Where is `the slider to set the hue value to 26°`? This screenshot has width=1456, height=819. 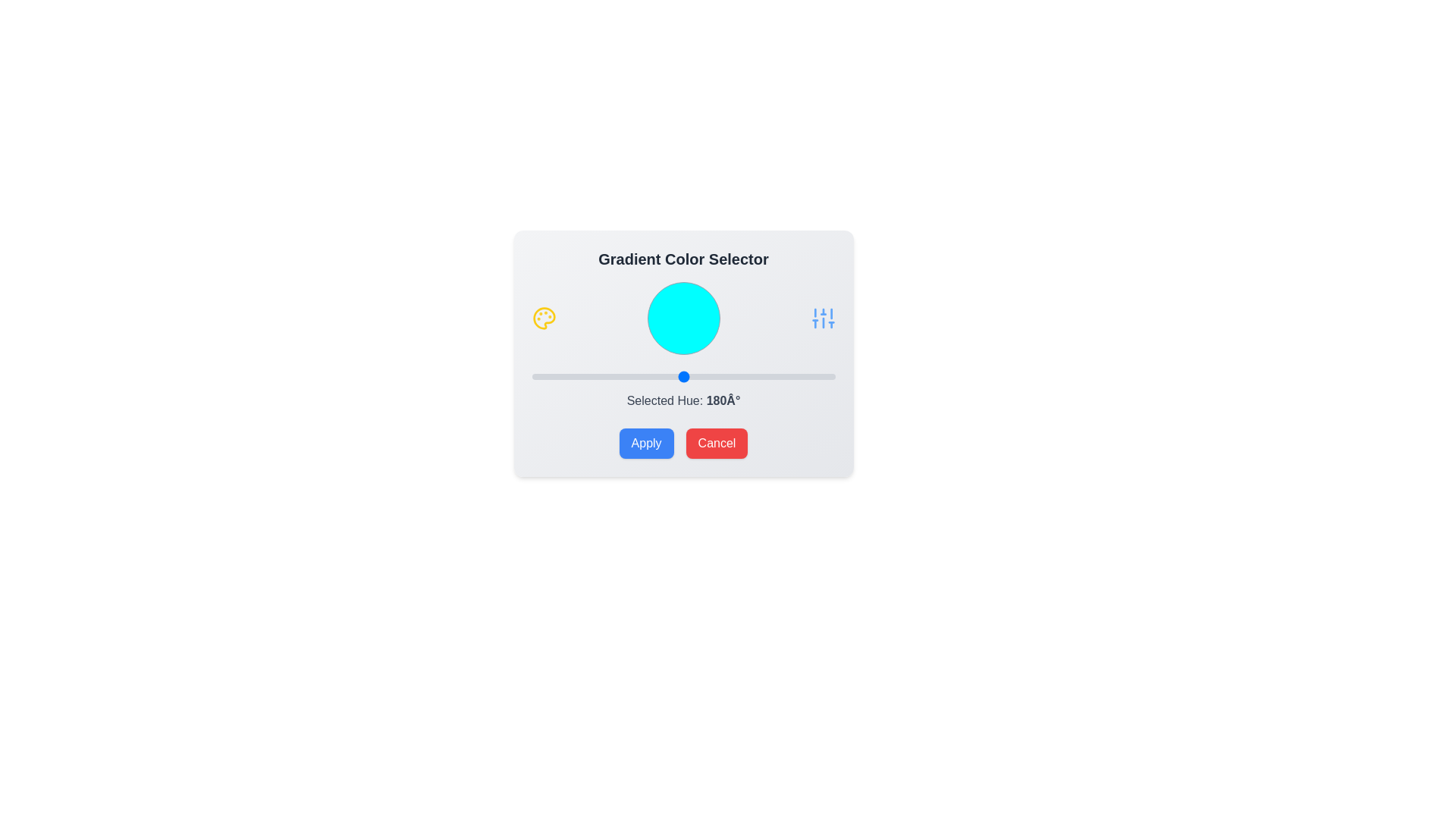 the slider to set the hue value to 26° is located at coordinates (553, 376).